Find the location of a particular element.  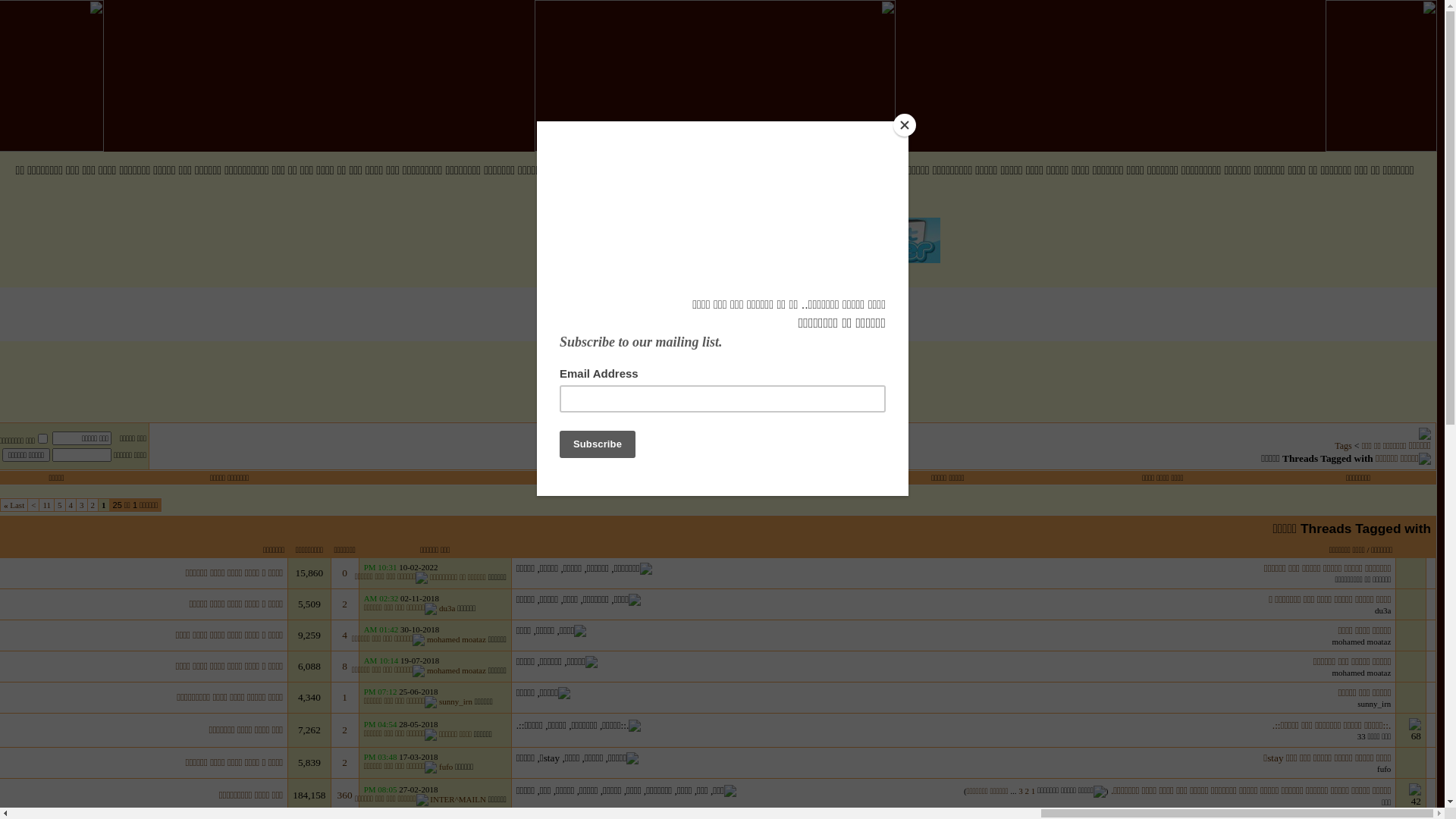

'Tags' is located at coordinates (1335, 444).